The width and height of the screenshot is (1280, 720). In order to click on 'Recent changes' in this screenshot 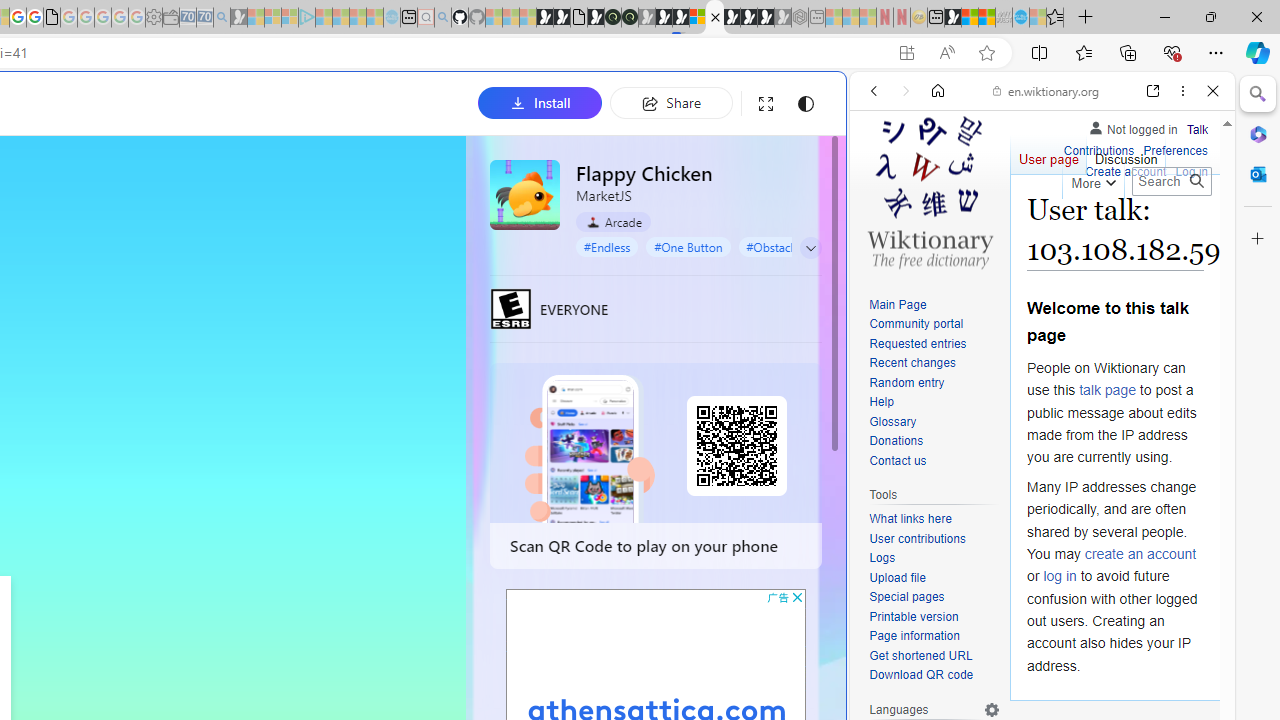, I will do `click(911, 363)`.